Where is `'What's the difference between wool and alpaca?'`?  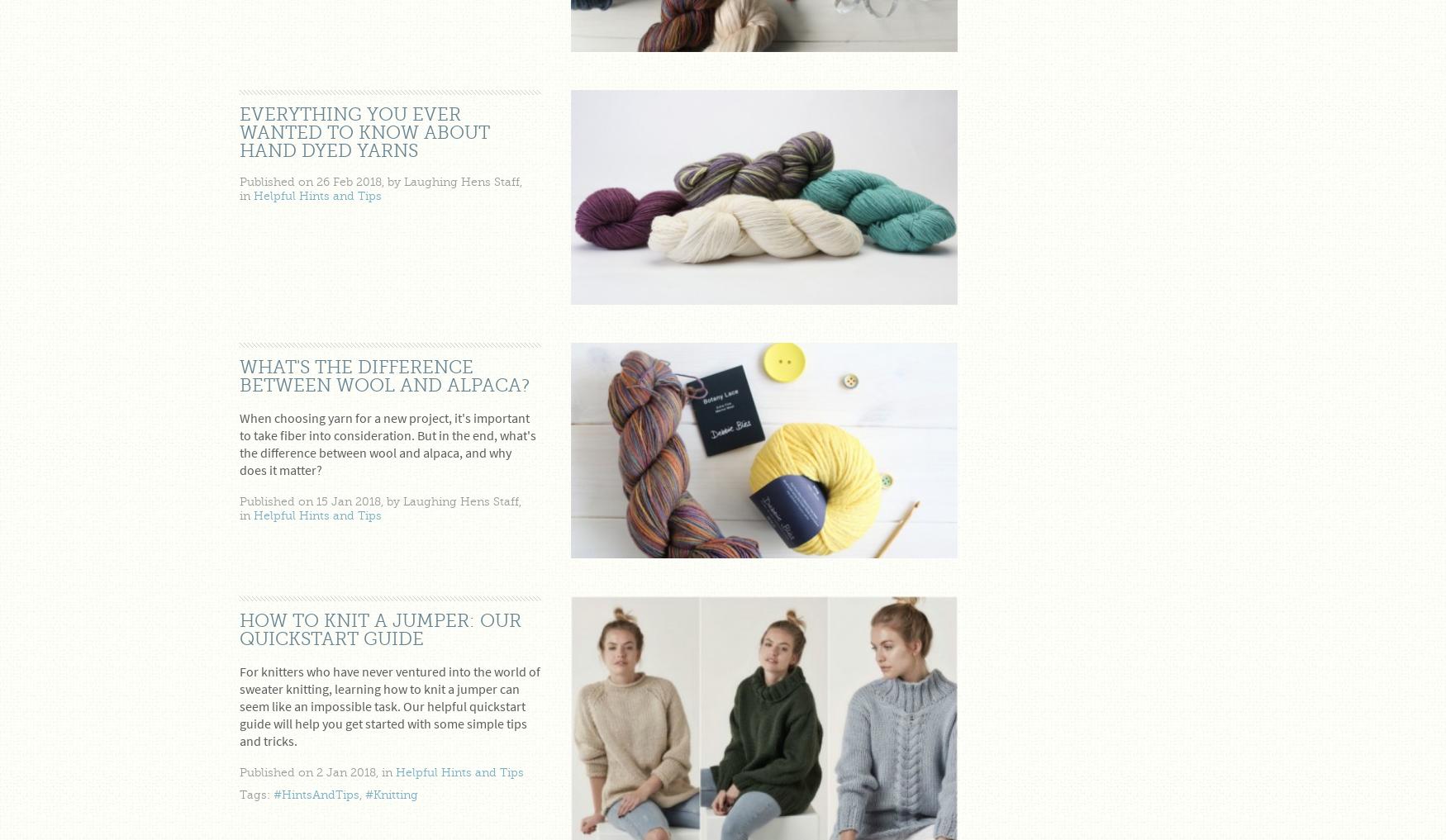
'What's the difference between wool and alpaca?' is located at coordinates (384, 374).